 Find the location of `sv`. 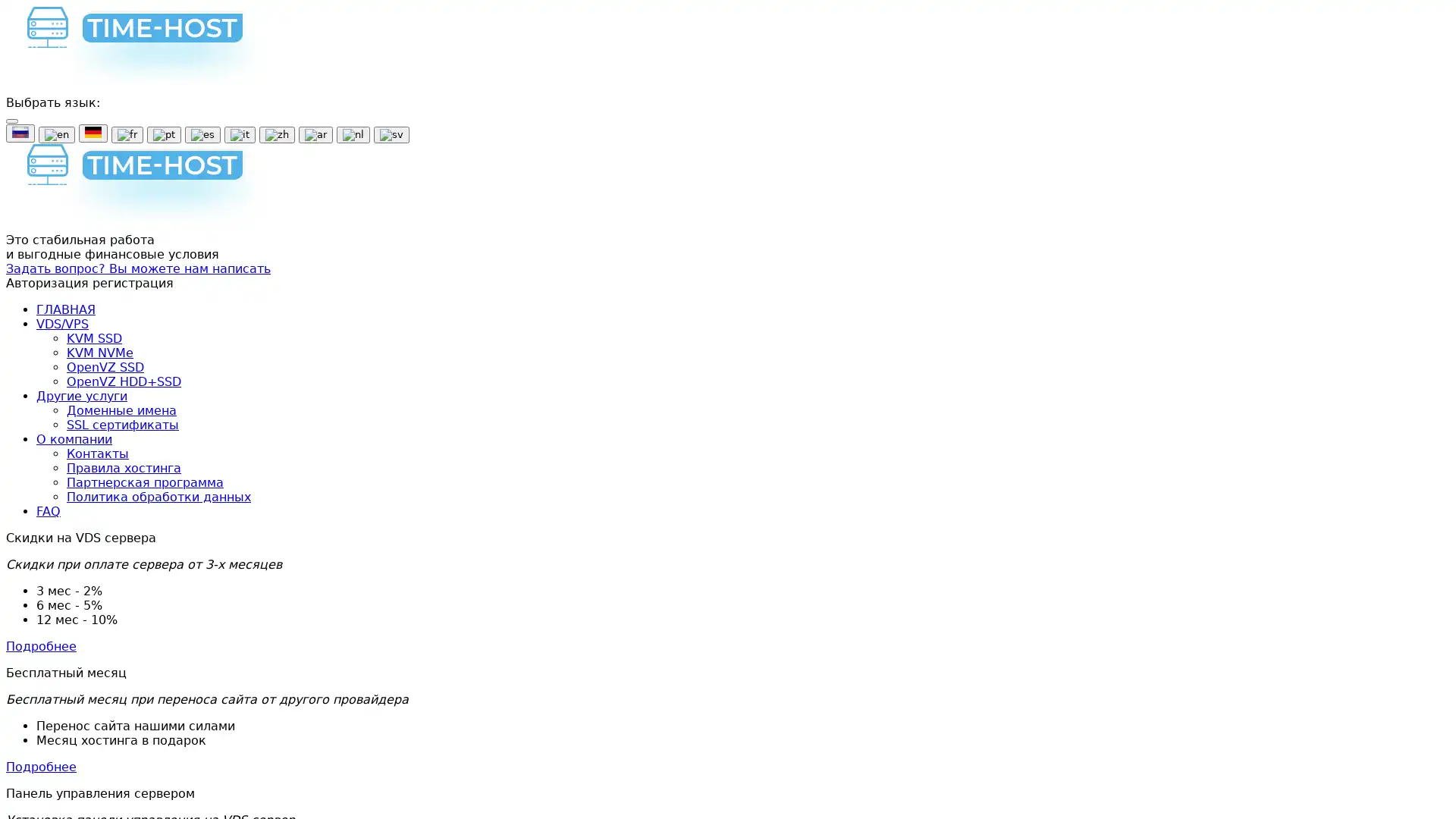

sv is located at coordinates (391, 133).